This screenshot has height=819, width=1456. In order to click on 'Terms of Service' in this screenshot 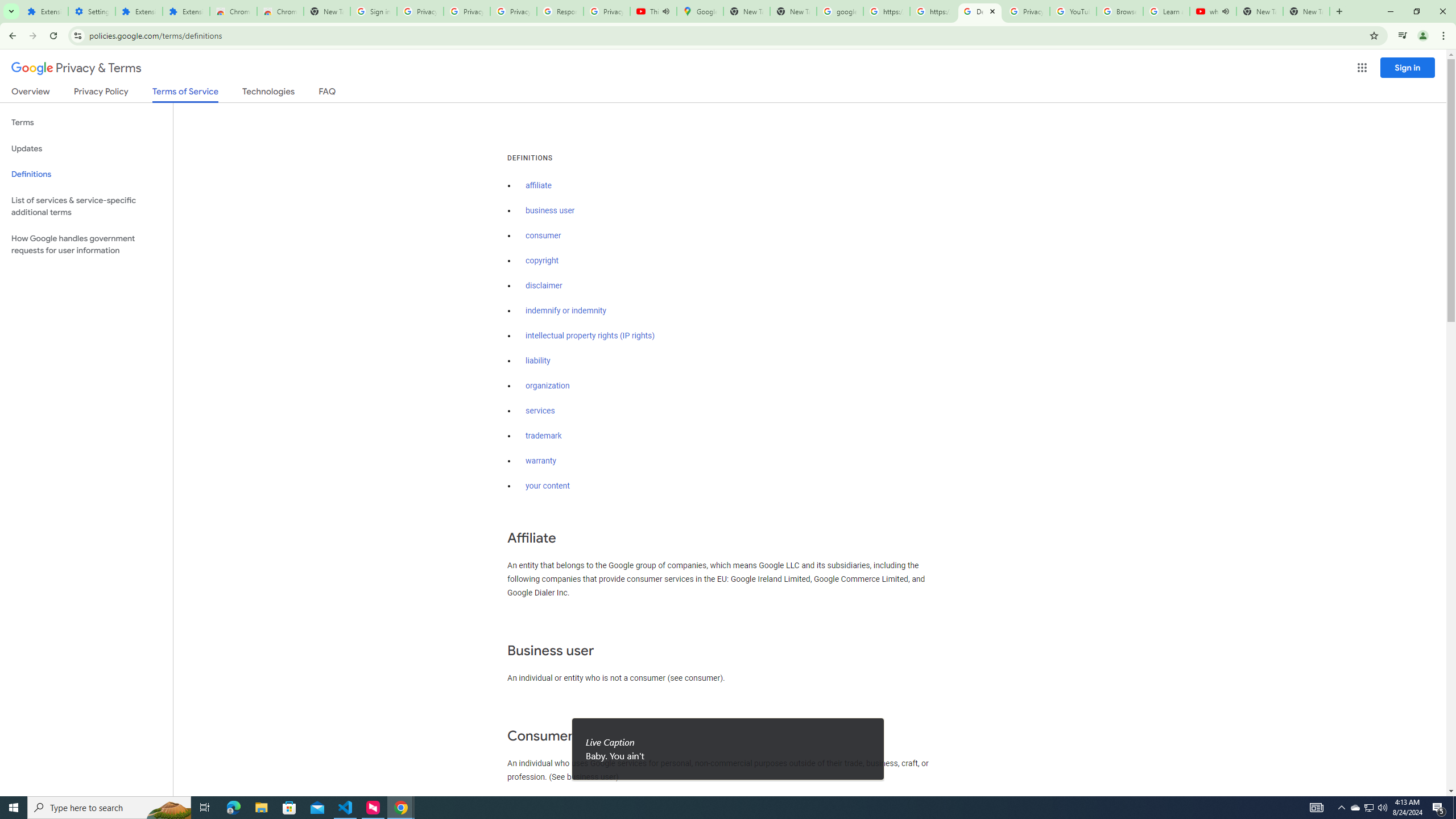, I will do `click(185, 94)`.